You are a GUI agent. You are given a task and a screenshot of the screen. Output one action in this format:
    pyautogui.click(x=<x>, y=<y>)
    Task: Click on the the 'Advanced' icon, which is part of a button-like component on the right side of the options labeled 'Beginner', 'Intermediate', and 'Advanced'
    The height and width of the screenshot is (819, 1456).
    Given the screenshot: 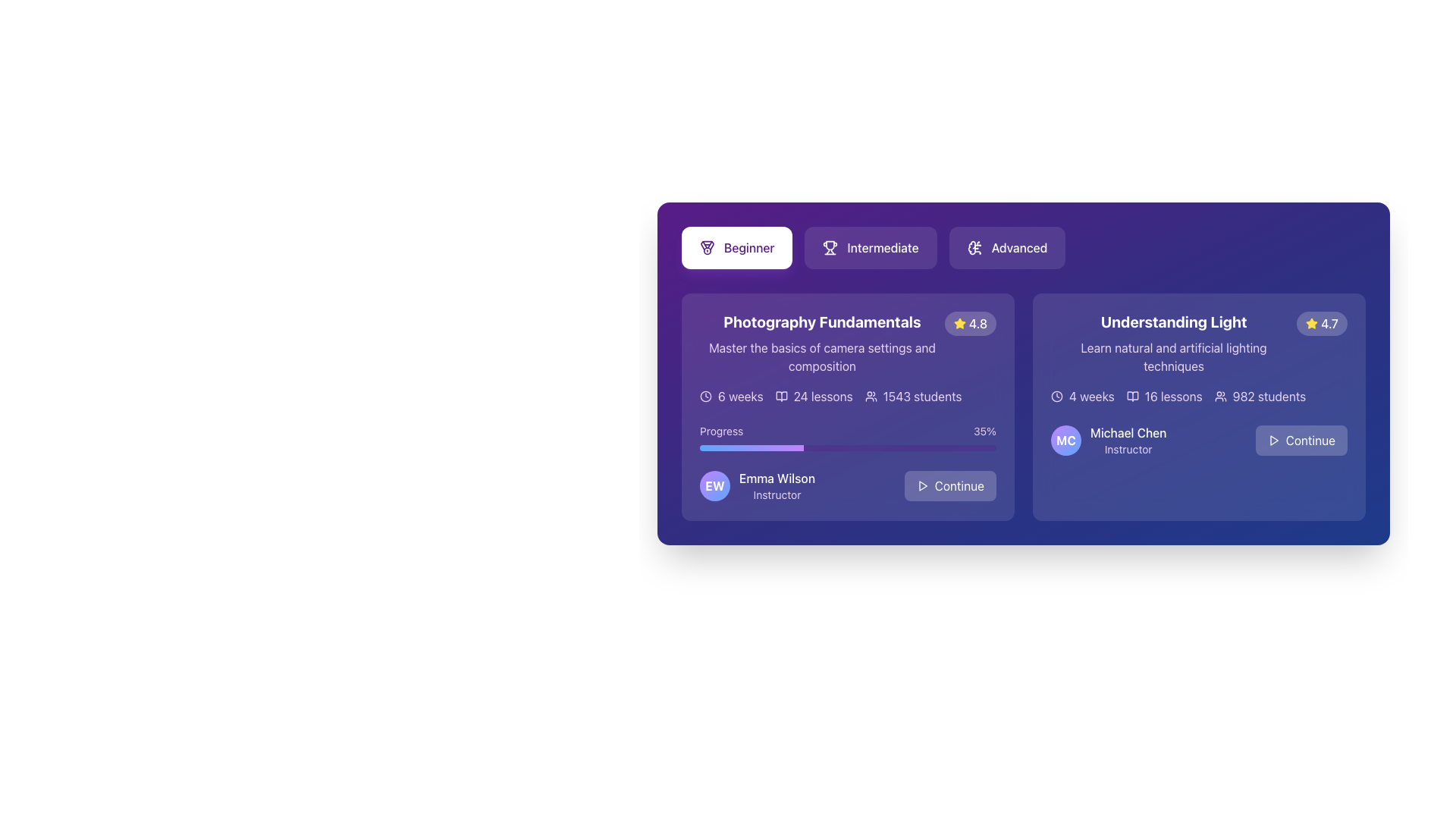 What is the action you would take?
    pyautogui.click(x=974, y=247)
    